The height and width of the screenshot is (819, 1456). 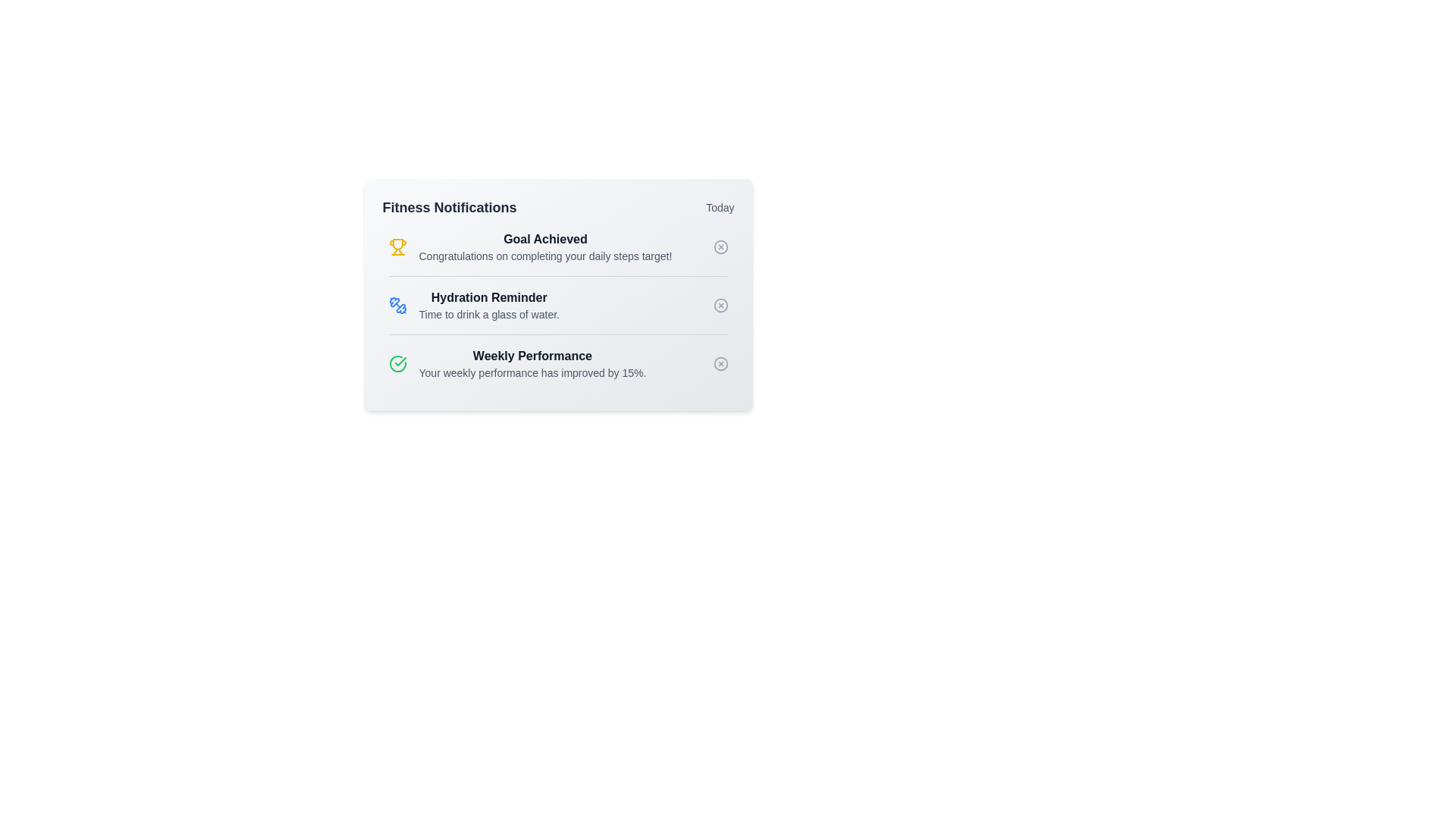 I want to click on the green circular checkmark icon of the 'Weekly Performance' notification item, which is the third item in the 'Fitness Notifications' section, so click(x=517, y=363).